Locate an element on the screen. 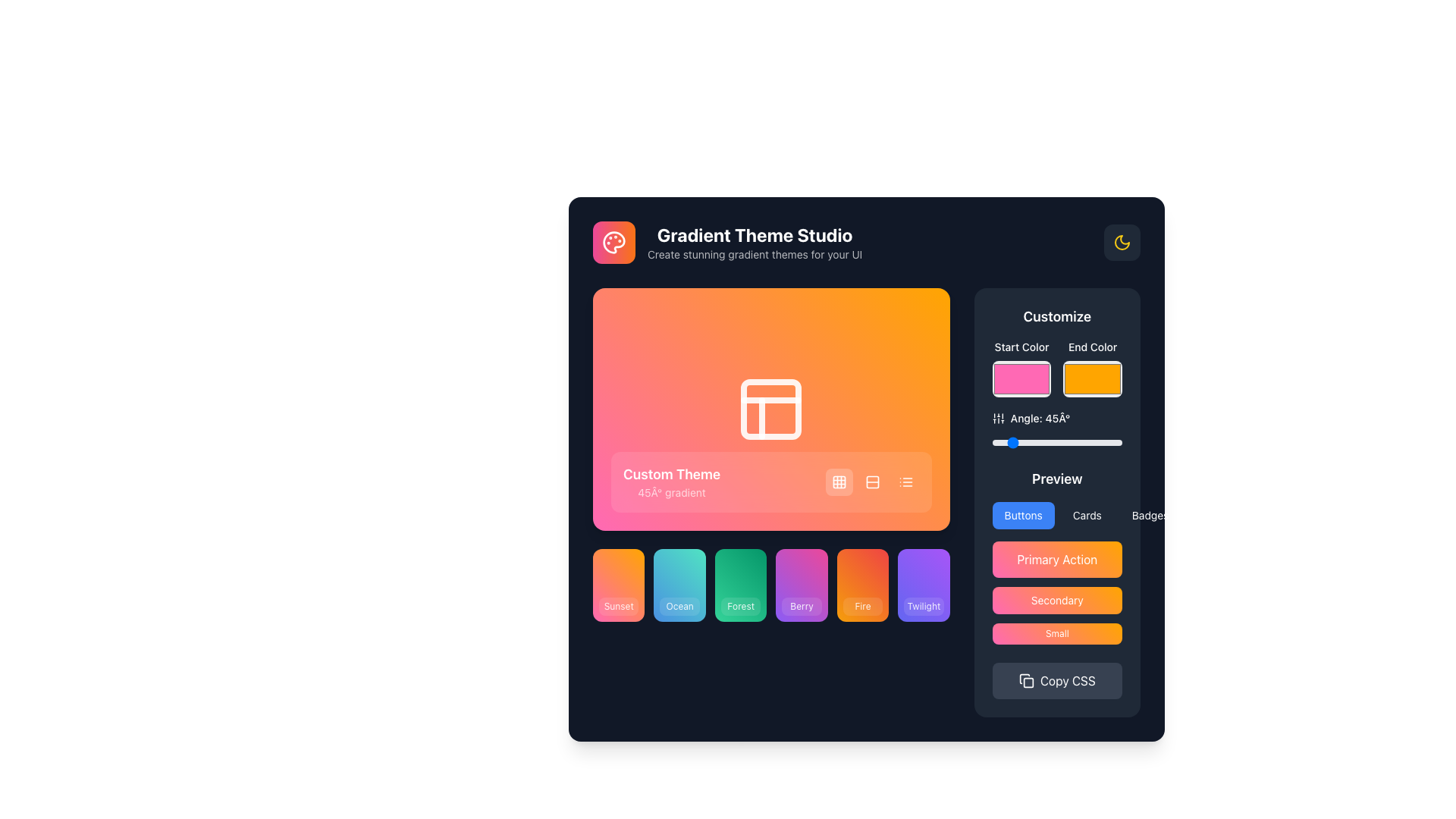 Image resolution: width=1456 pixels, height=819 pixels. text displayed on the 'Customize' text label, which is a bold white font against a dark background, located in the top-right section of the interface is located at coordinates (1056, 315).